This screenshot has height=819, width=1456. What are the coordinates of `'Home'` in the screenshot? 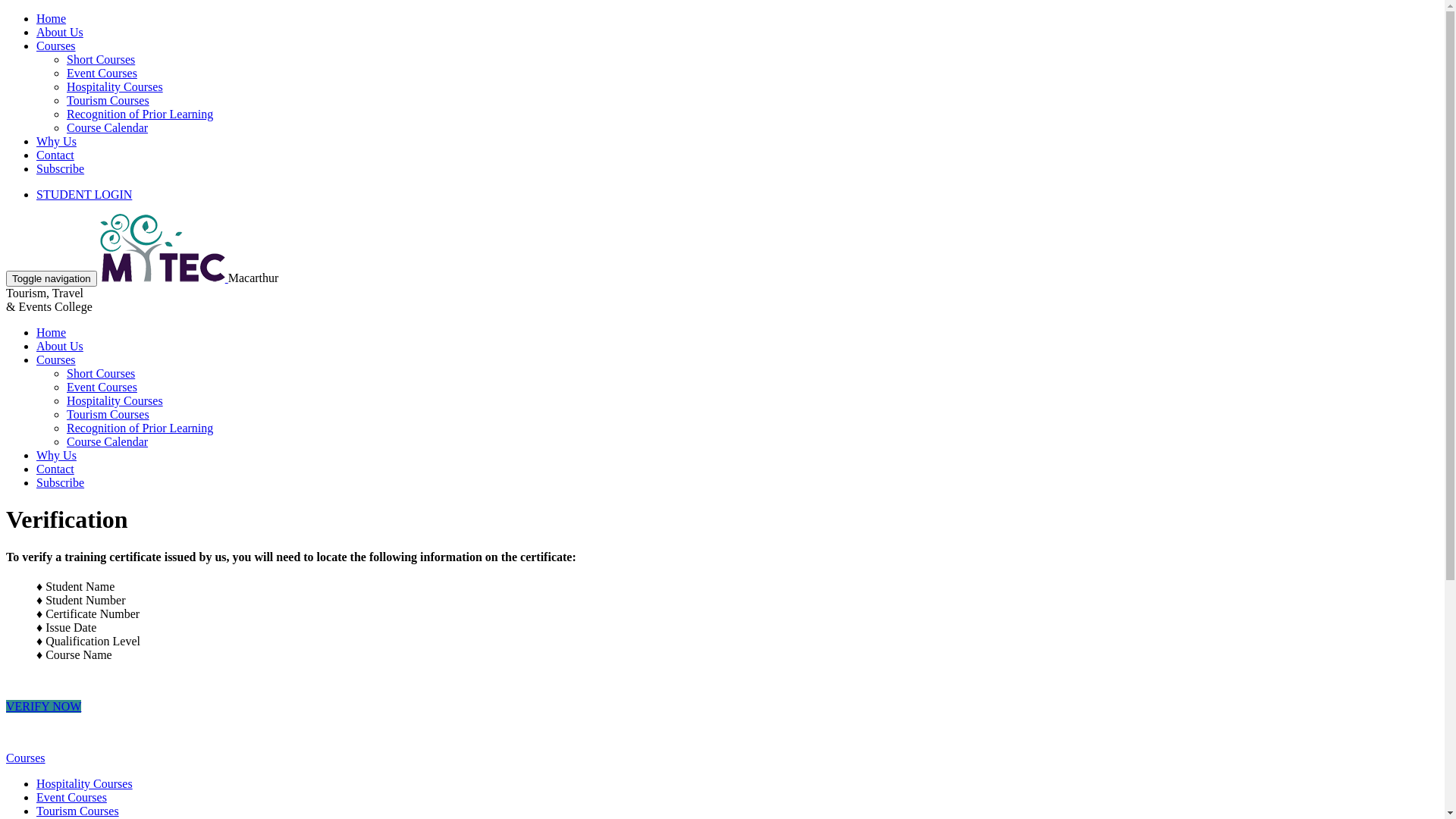 It's located at (36, 18).